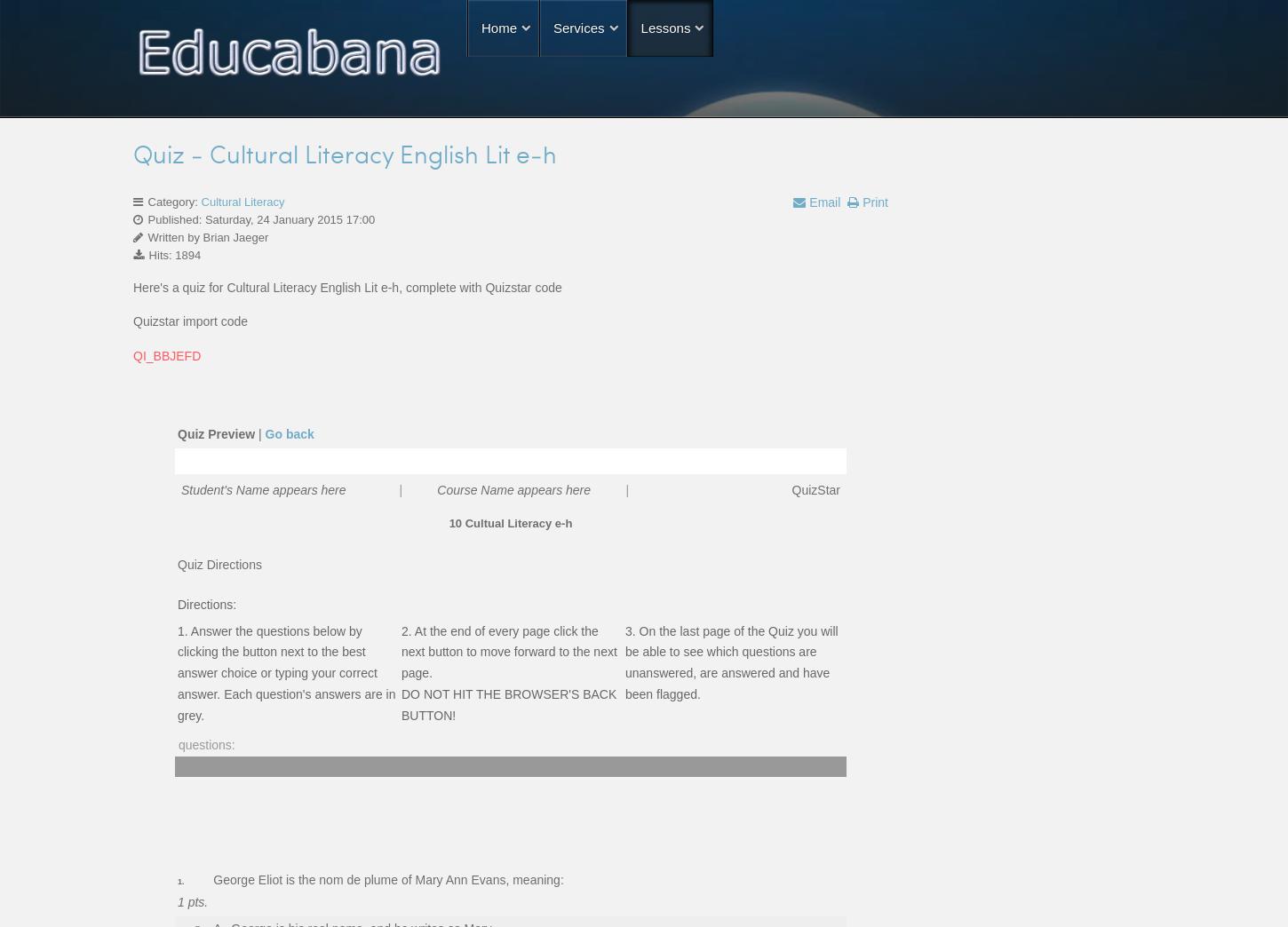 The image size is (1288, 927). I want to click on 'Here's a quiz for Cultural Literacy English Lit e-h, complete with Quizstar code', so click(346, 286).